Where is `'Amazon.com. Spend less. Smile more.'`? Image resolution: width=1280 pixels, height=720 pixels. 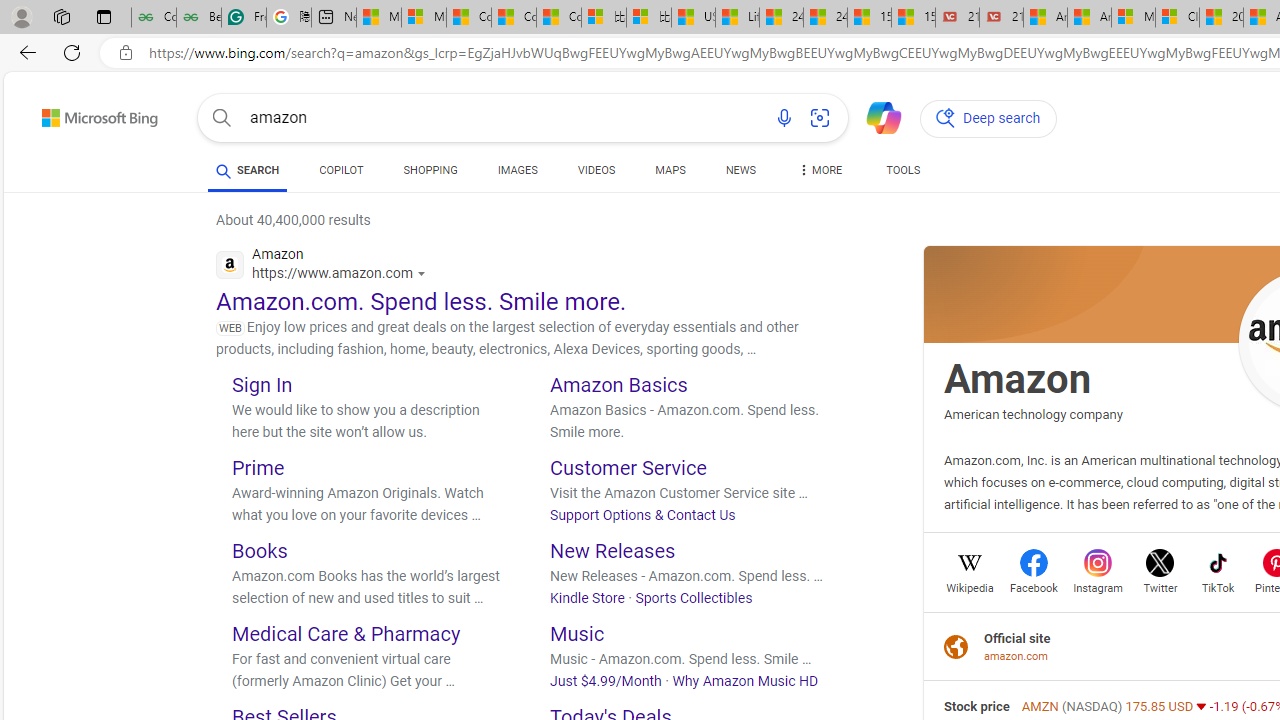 'Amazon.com. Spend less. Smile more.' is located at coordinates (420, 301).